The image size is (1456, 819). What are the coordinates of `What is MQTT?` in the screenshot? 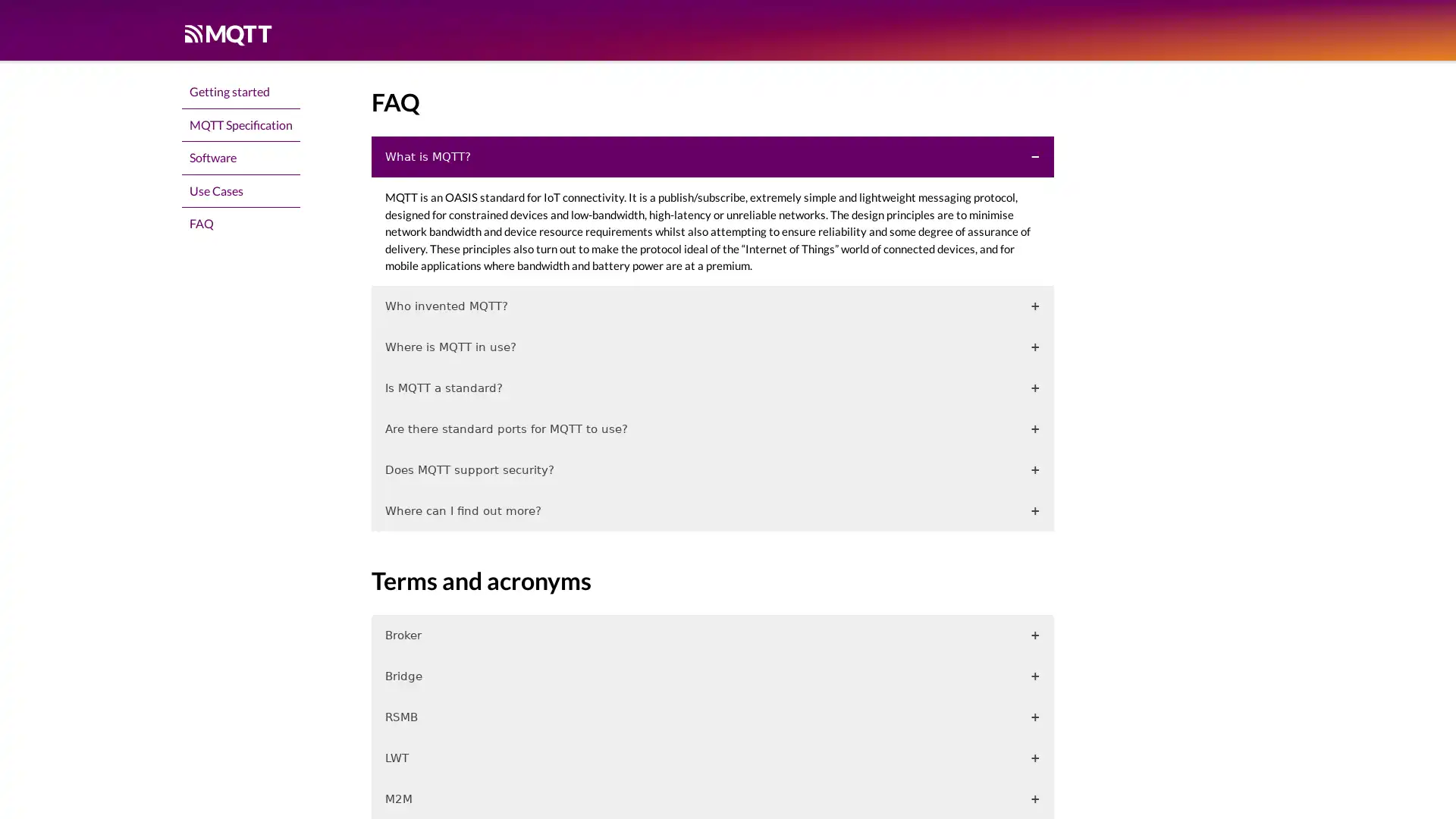 It's located at (712, 157).